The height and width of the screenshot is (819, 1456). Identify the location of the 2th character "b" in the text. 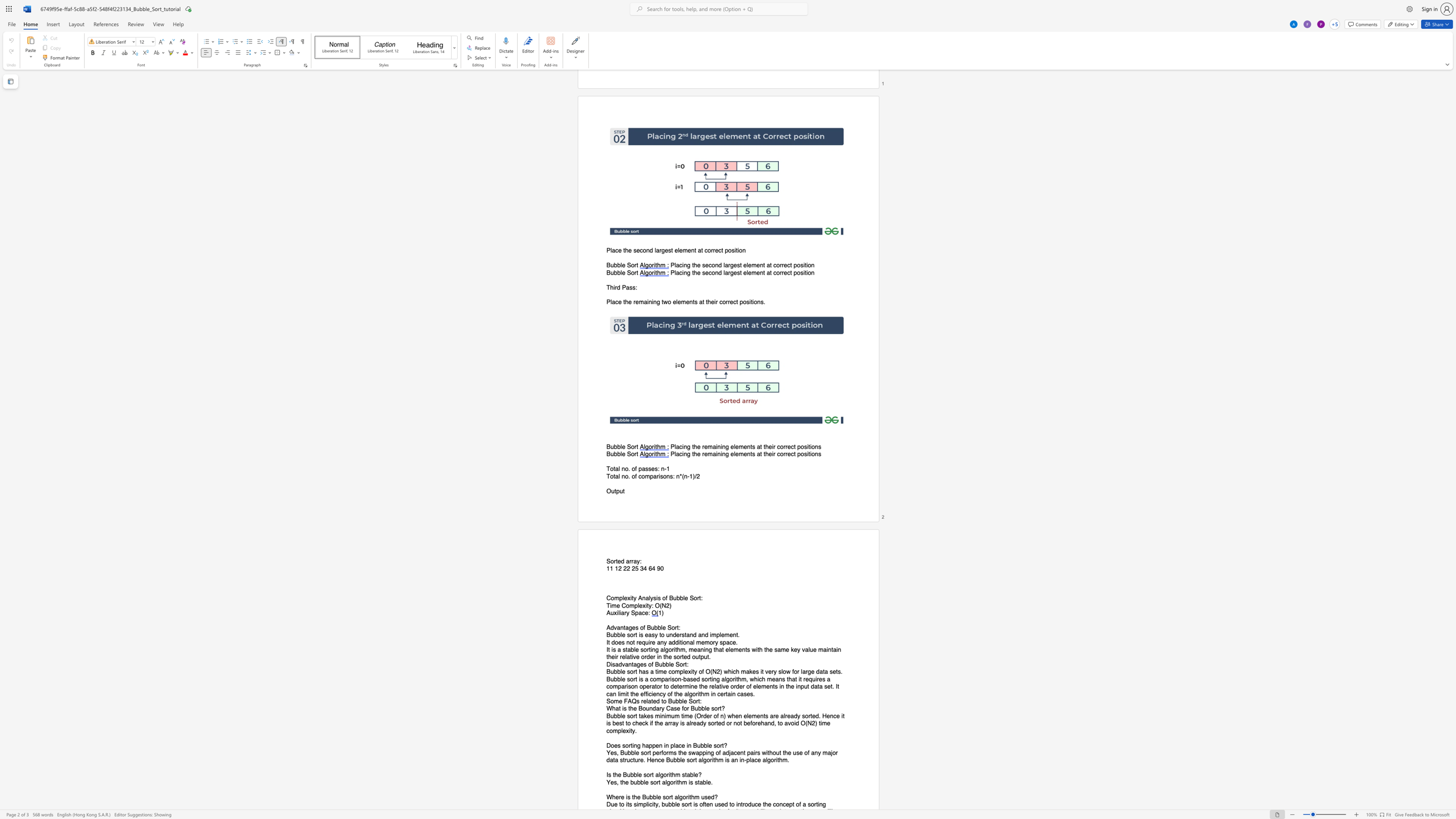
(681, 701).